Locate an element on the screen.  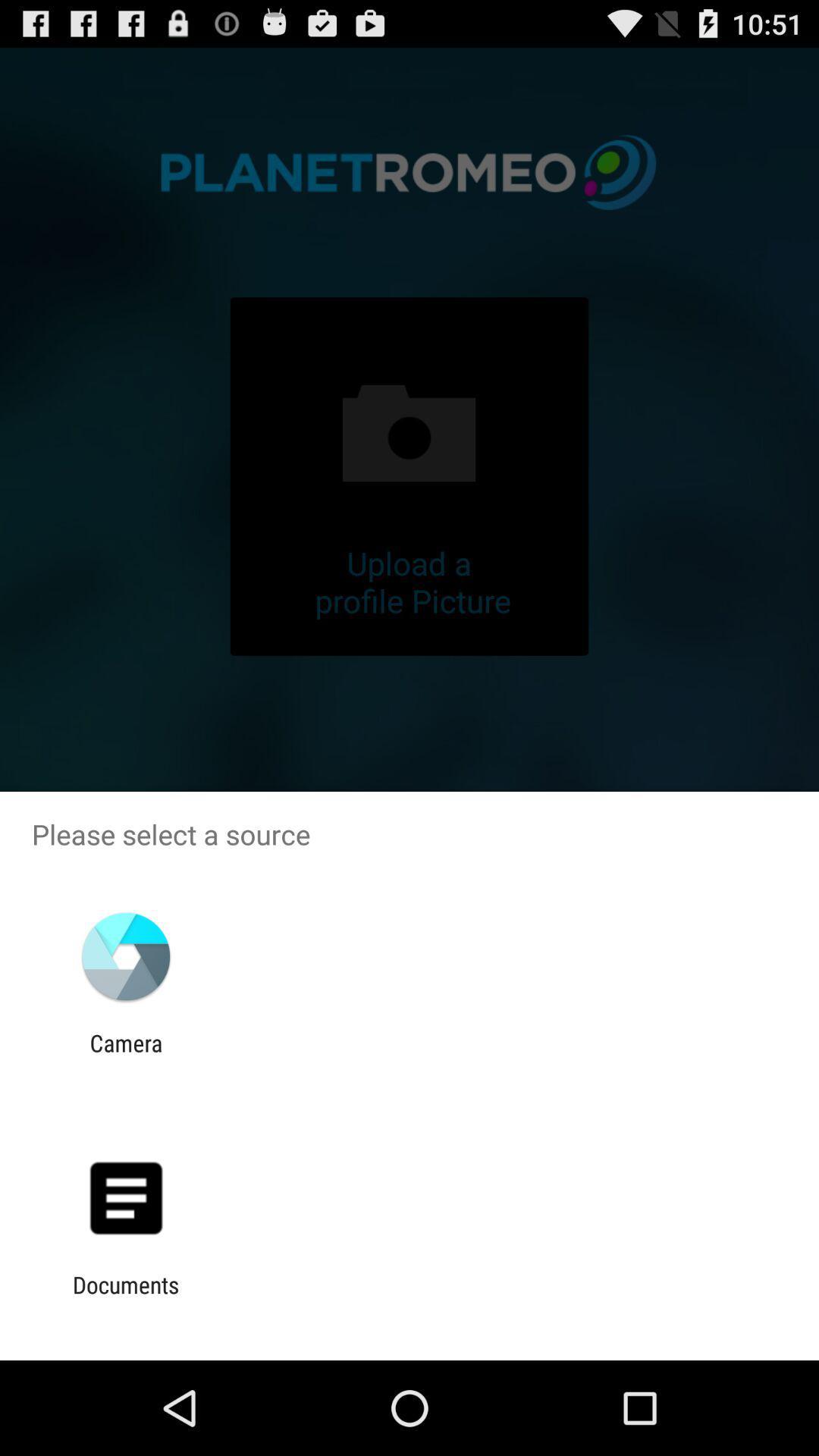
the documents is located at coordinates (125, 1298).